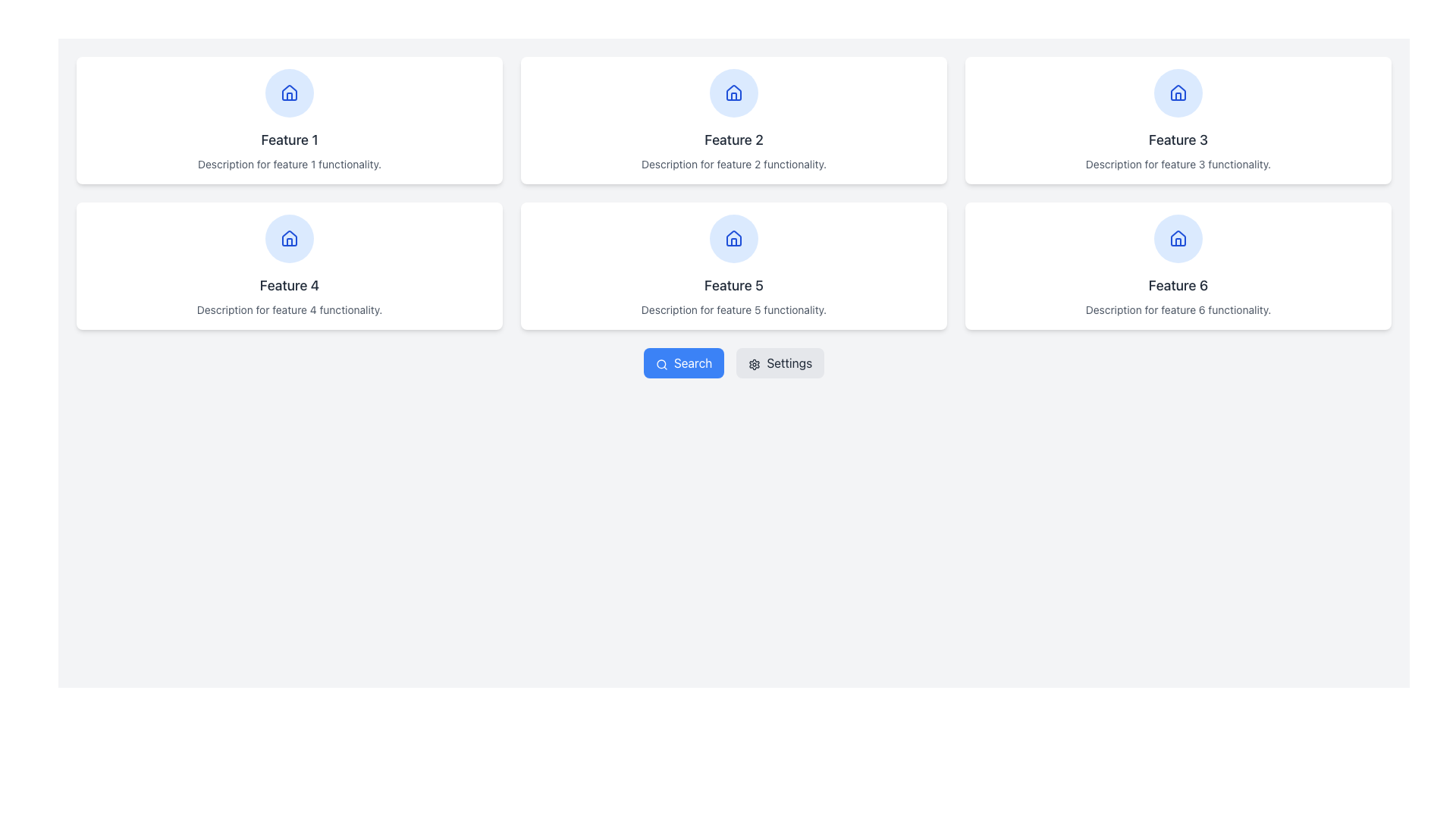 The height and width of the screenshot is (819, 1456). I want to click on the home icon located at the top center of the first card in the grid, which is positioned above the text 'Feature 1', so click(290, 93).